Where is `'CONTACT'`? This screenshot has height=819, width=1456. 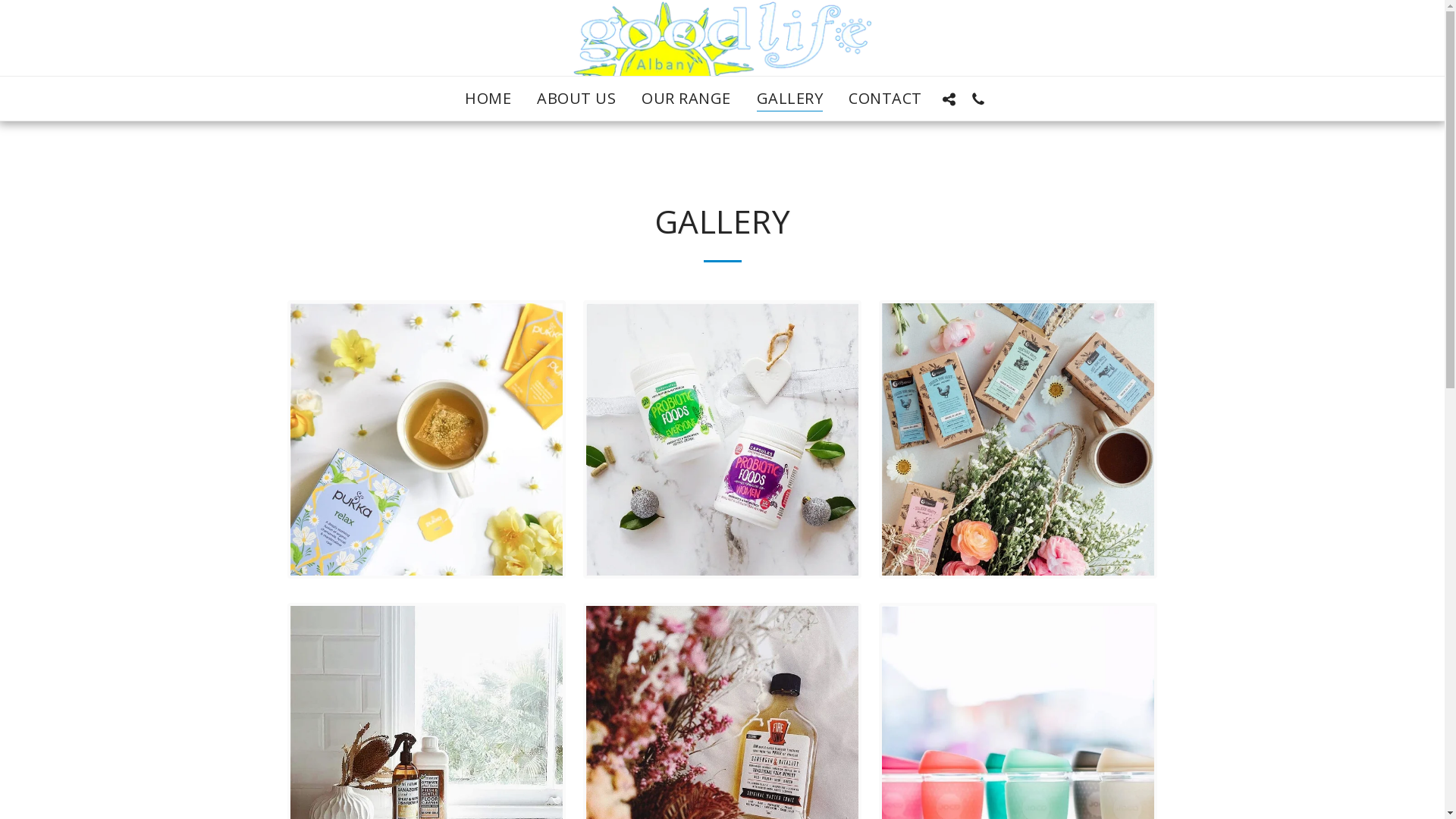 'CONTACT' is located at coordinates (836, 99).